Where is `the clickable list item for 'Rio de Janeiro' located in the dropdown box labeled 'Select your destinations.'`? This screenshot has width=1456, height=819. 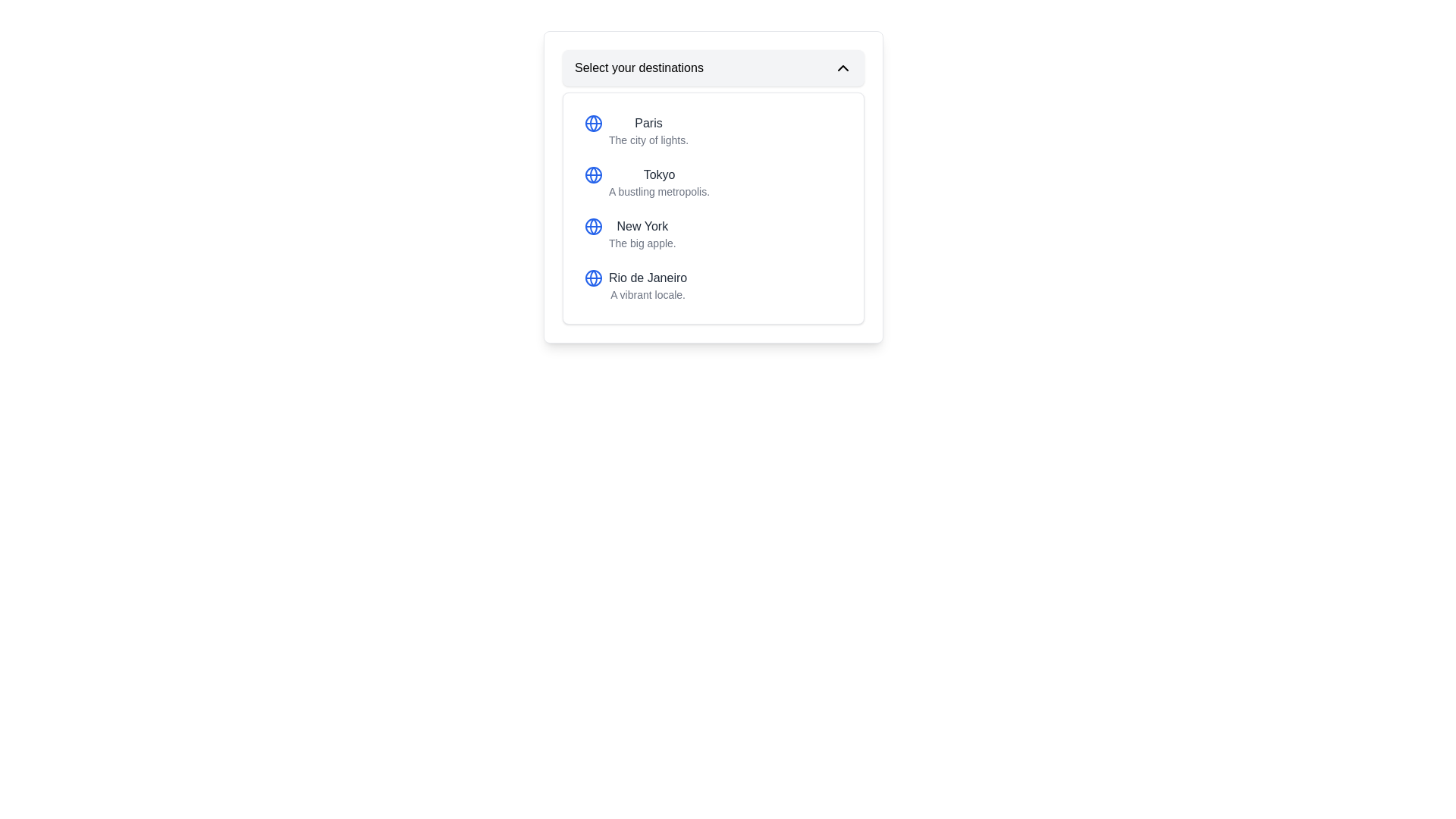
the clickable list item for 'Rio de Janeiro' located in the dropdown box labeled 'Select your destinations.' is located at coordinates (712, 286).